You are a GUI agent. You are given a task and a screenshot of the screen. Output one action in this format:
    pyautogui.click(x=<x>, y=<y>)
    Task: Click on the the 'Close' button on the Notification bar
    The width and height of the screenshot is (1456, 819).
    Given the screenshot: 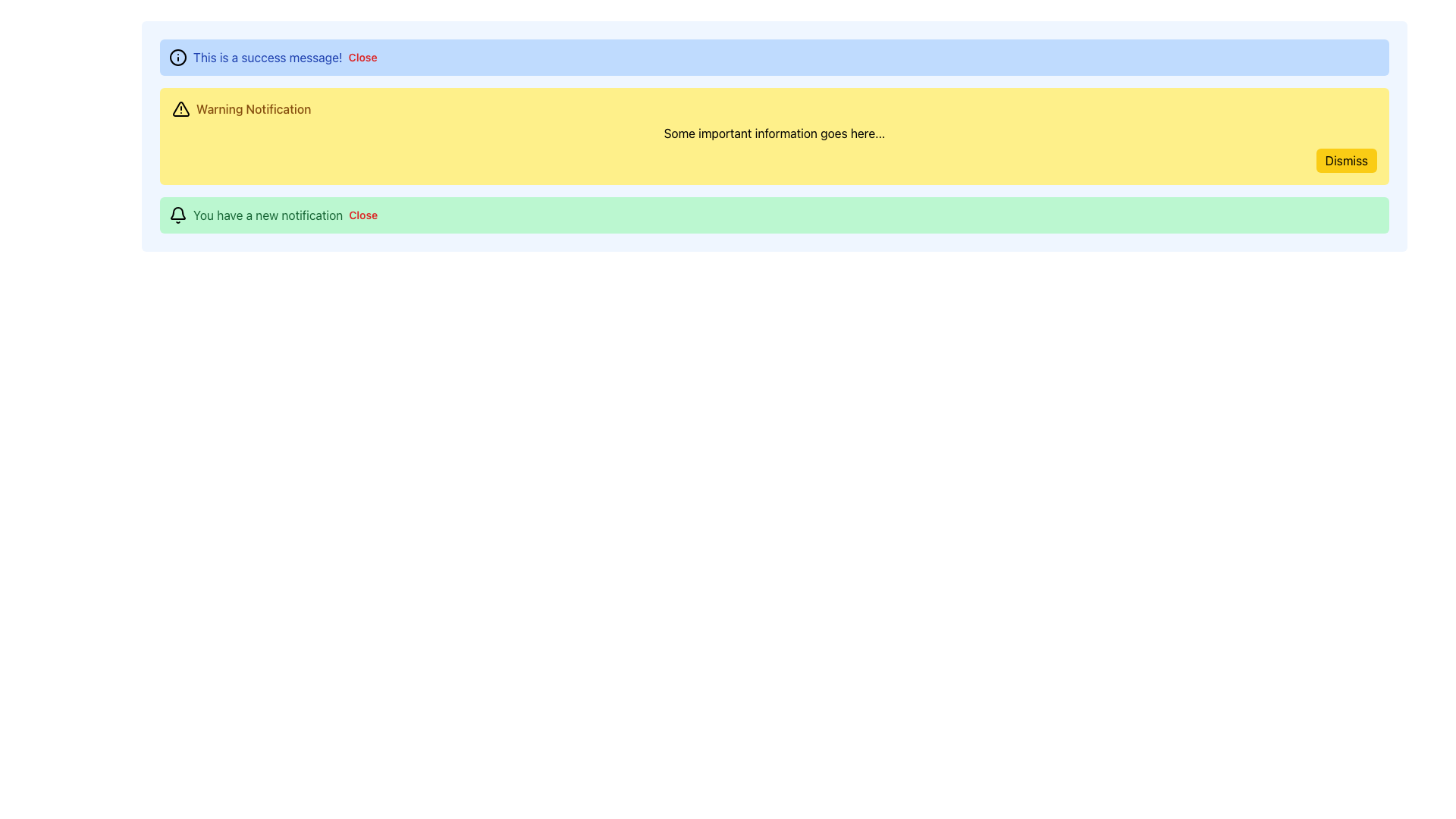 What is the action you would take?
    pyautogui.click(x=774, y=215)
    